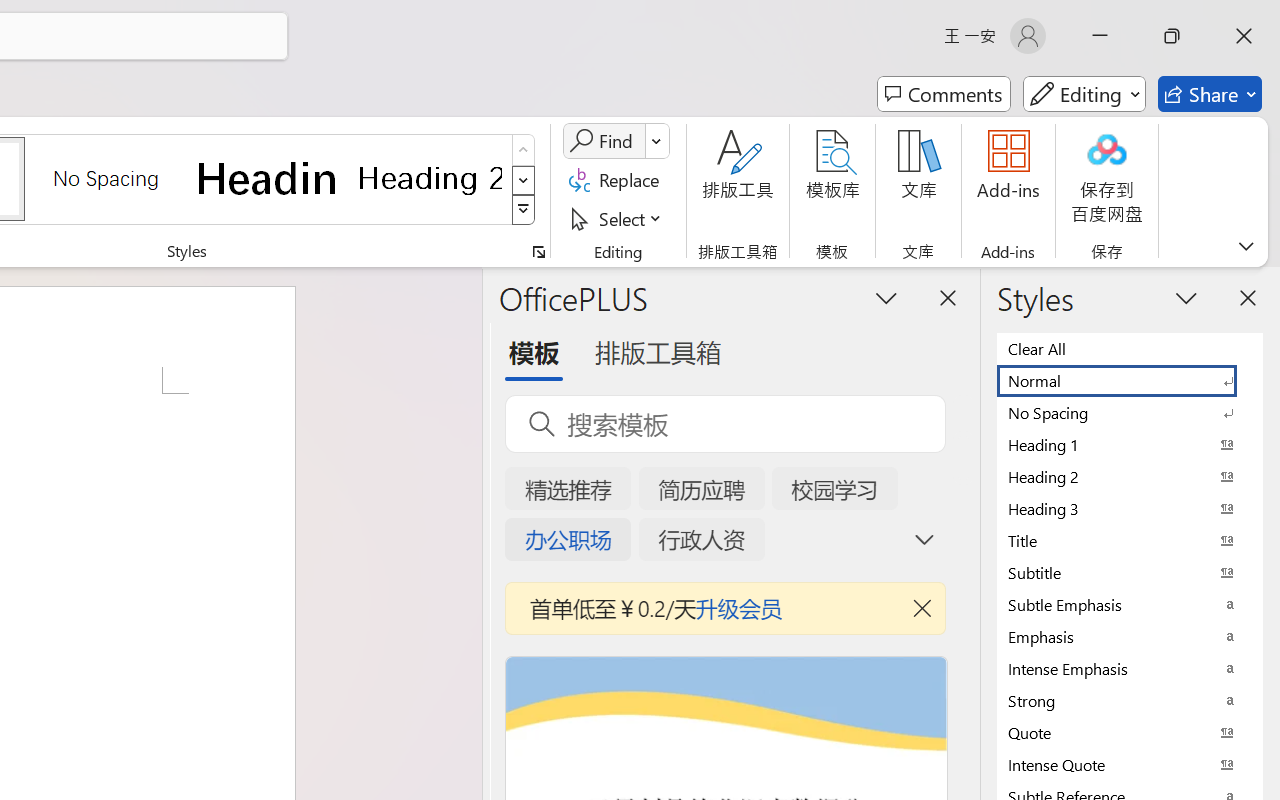  What do you see at coordinates (1130, 764) in the screenshot?
I see `'Intense Quote'` at bounding box center [1130, 764].